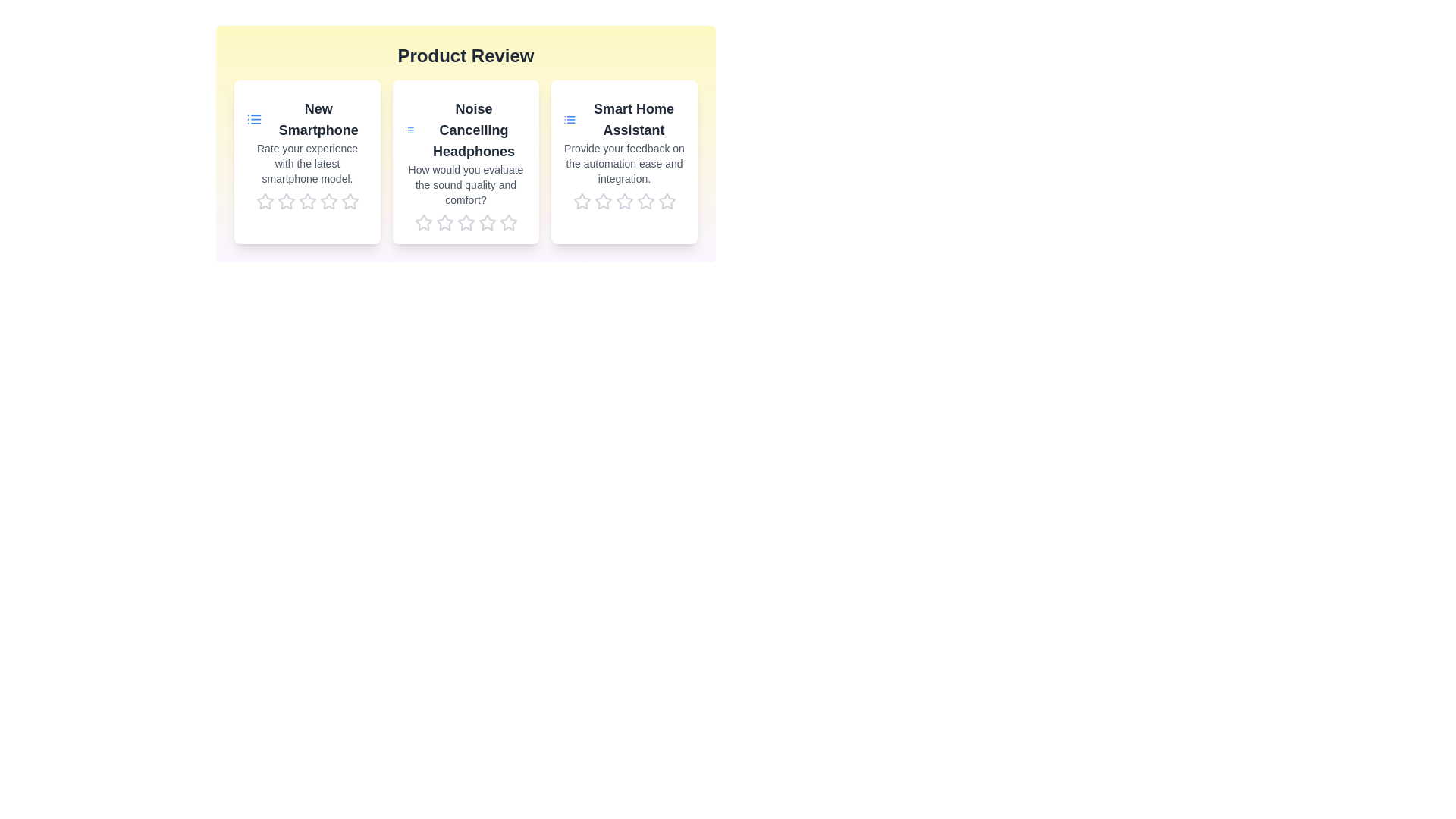 The width and height of the screenshot is (1456, 819). I want to click on the title of the product Smart Home Assistant, so click(624, 119).